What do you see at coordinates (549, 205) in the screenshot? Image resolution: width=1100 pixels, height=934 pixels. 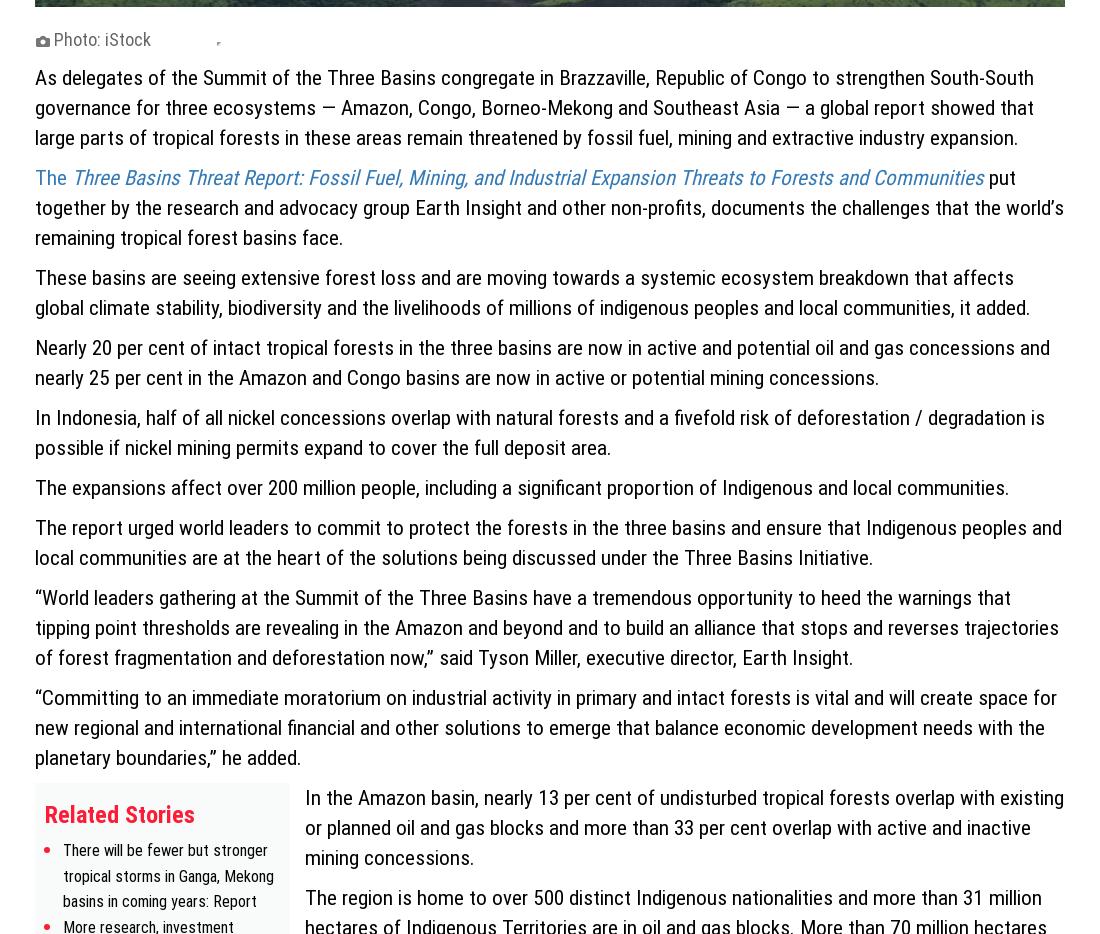 I see `'put together by the research and advocacy group Earth Insight and other non-profits, documents the challenges that the world’s remaining tropical forest basins face.'` at bounding box center [549, 205].